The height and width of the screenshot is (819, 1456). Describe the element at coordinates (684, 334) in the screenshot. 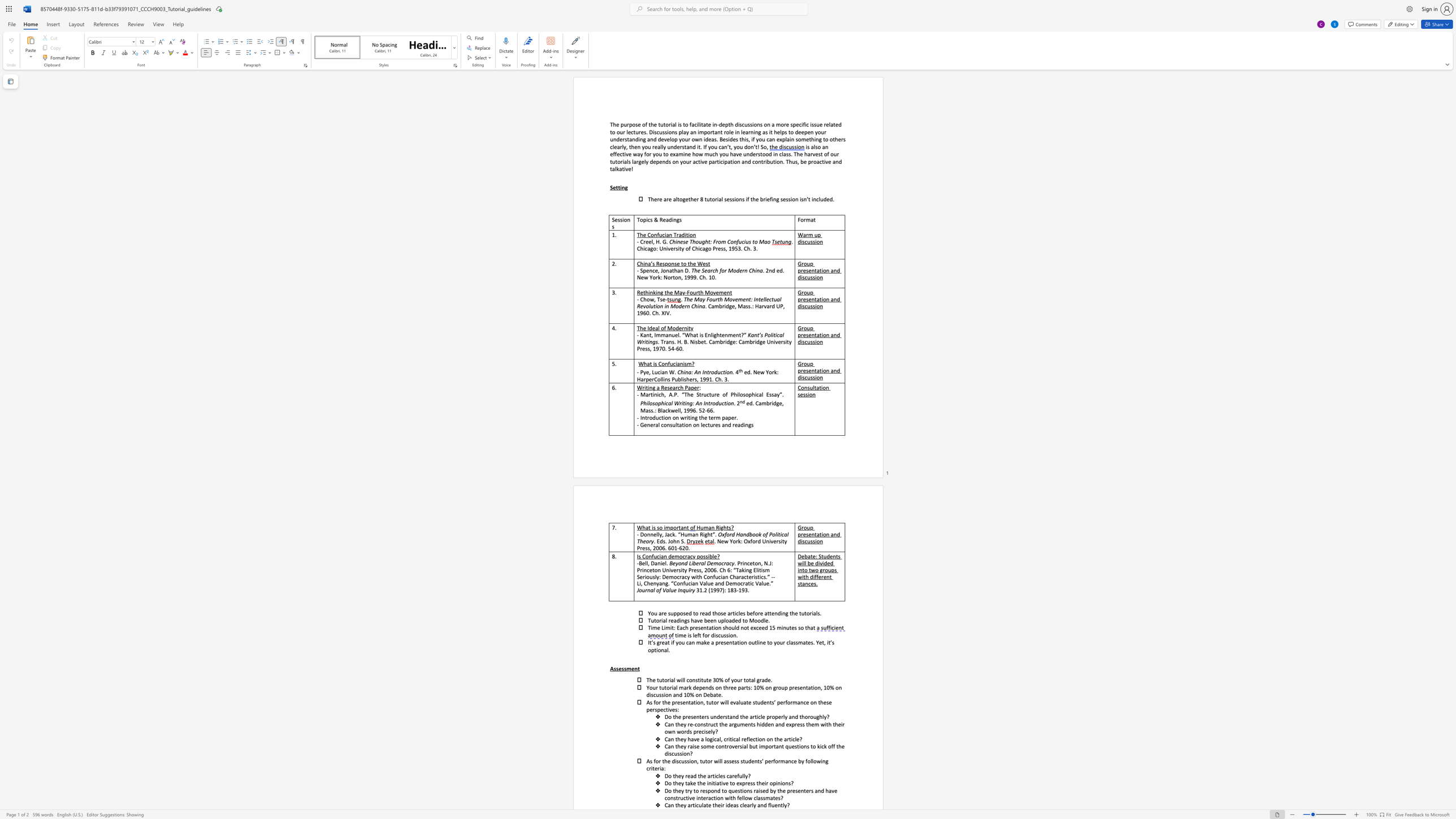

I see `the subset text "What is E" within the text "- Kant, Immanuel. “What is Enlightenment?”"` at that location.